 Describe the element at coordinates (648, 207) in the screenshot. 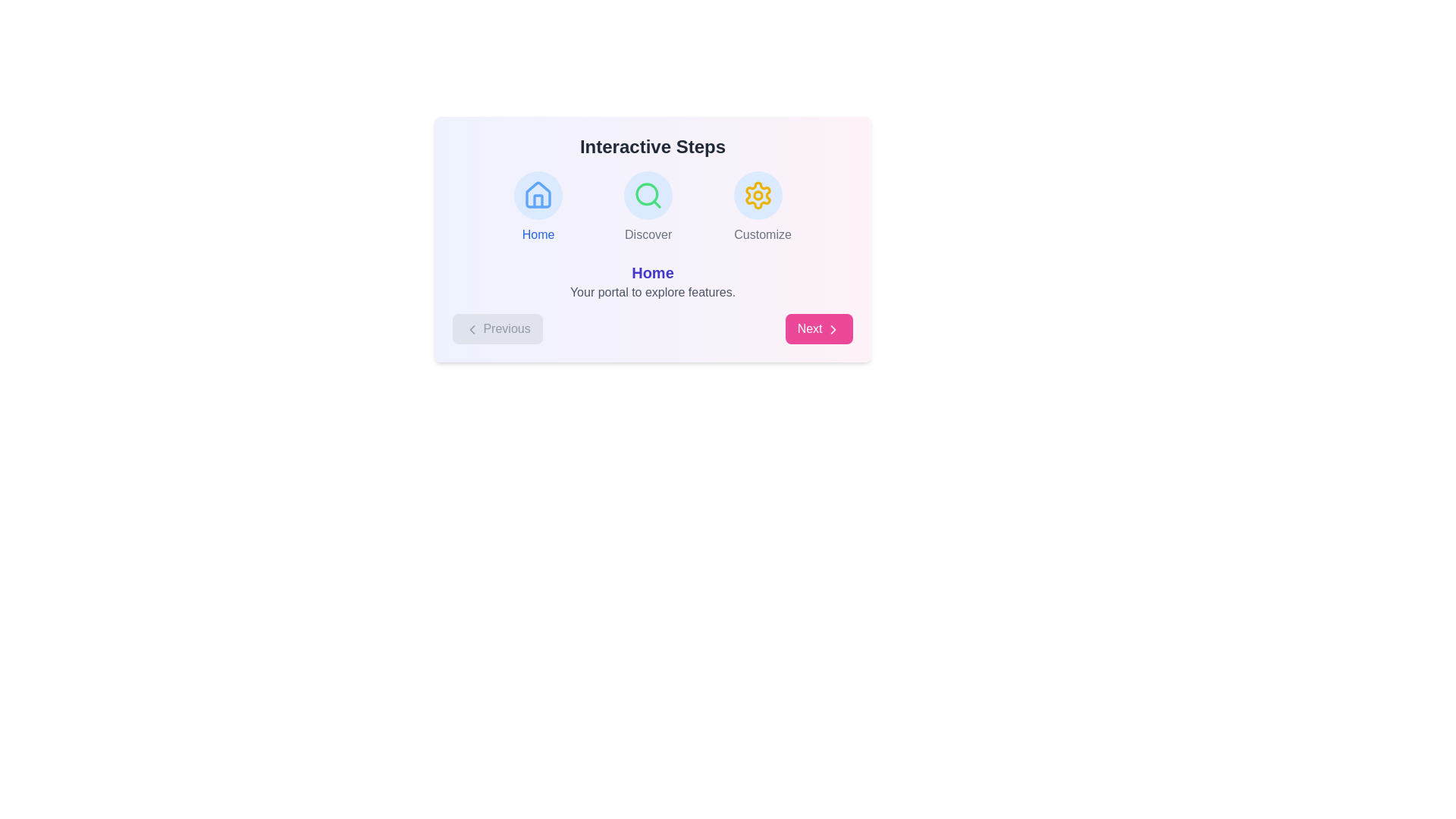

I see `label of the 'Discover' informative icon, which is positioned in the second spot of the three-option group, to understand its purpose` at that location.